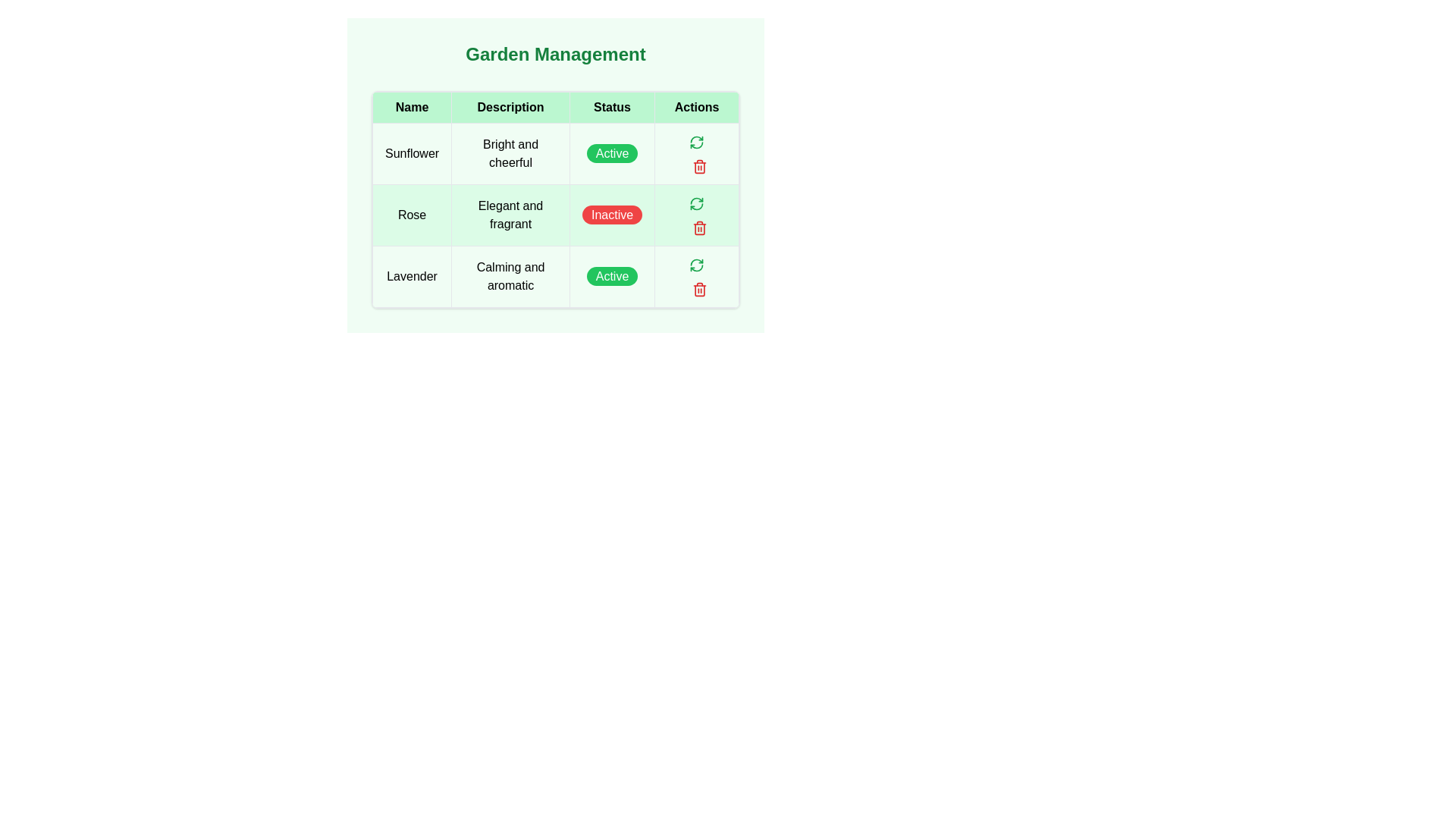 The width and height of the screenshot is (1456, 819). What do you see at coordinates (699, 166) in the screenshot?
I see `the red-colored trash bin icon button in the 'Actions' column of the row corresponding to 'Rose'` at bounding box center [699, 166].